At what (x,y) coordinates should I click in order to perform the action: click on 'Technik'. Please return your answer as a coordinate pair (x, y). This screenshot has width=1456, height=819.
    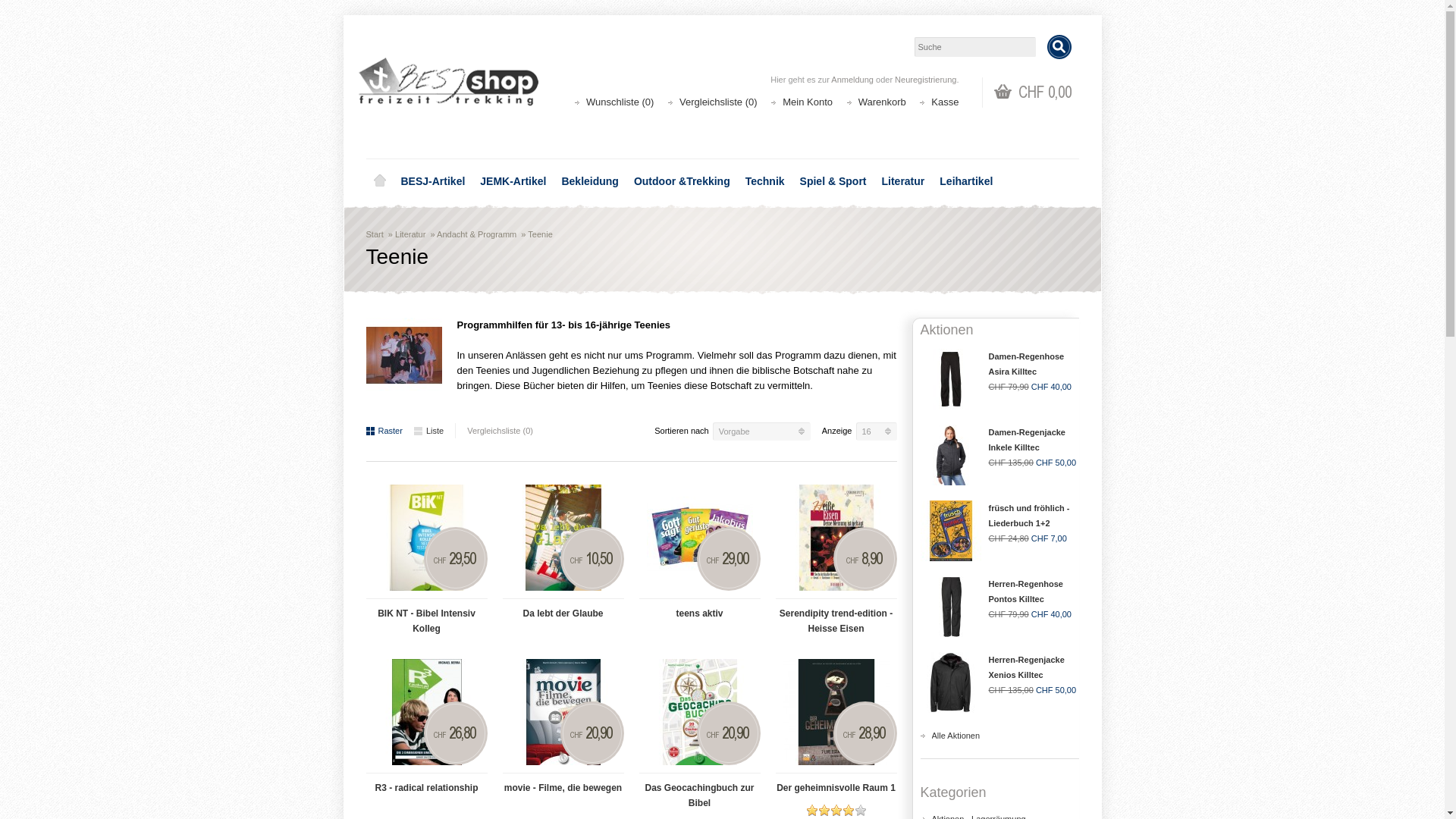
    Looking at the image, I should click on (764, 180).